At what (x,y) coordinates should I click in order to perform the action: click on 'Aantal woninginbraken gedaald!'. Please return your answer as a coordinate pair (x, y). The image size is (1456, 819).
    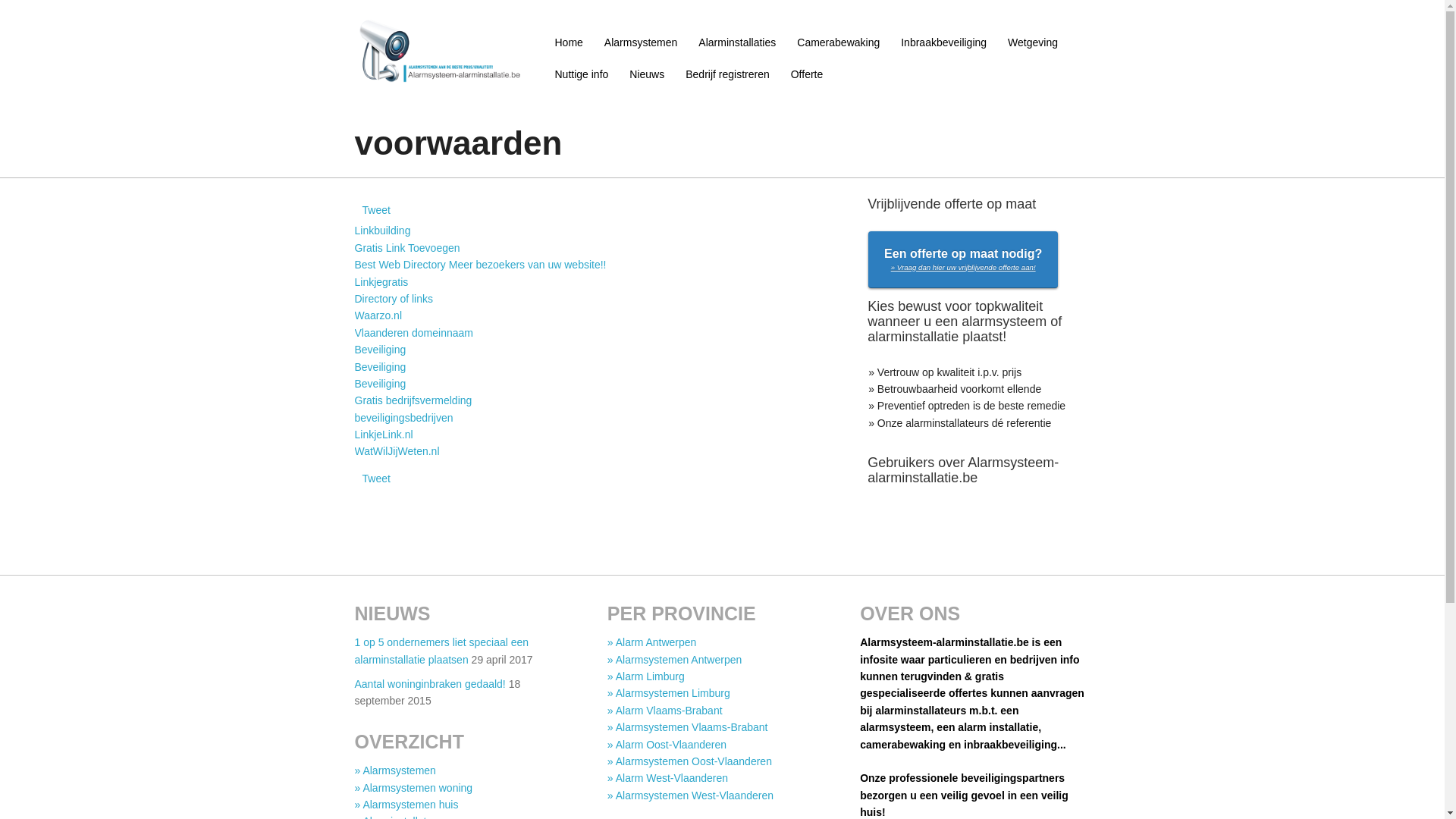
    Looking at the image, I should click on (353, 684).